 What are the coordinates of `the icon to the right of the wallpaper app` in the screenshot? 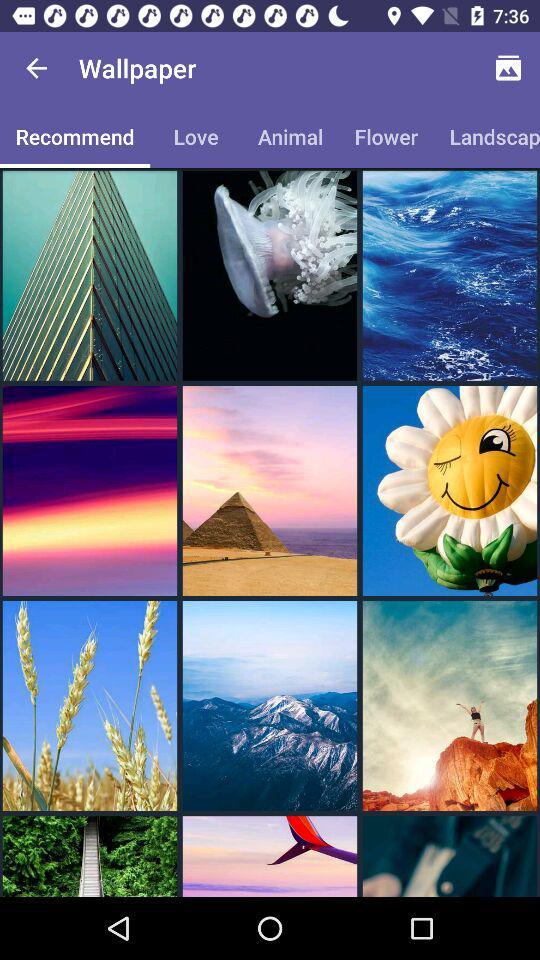 It's located at (508, 68).